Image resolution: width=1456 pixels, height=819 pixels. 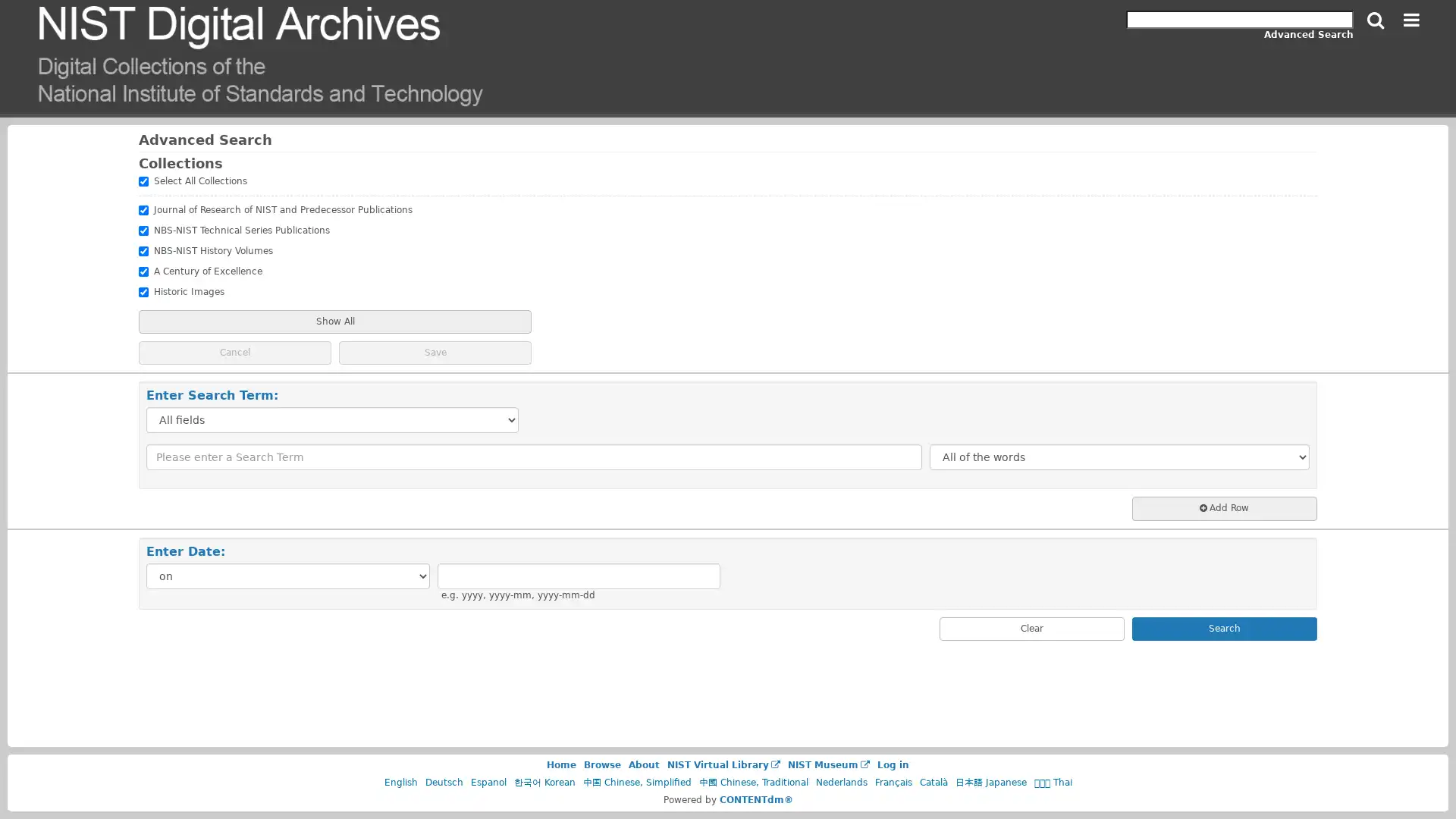 What do you see at coordinates (1031, 629) in the screenshot?
I see `Clear` at bounding box center [1031, 629].